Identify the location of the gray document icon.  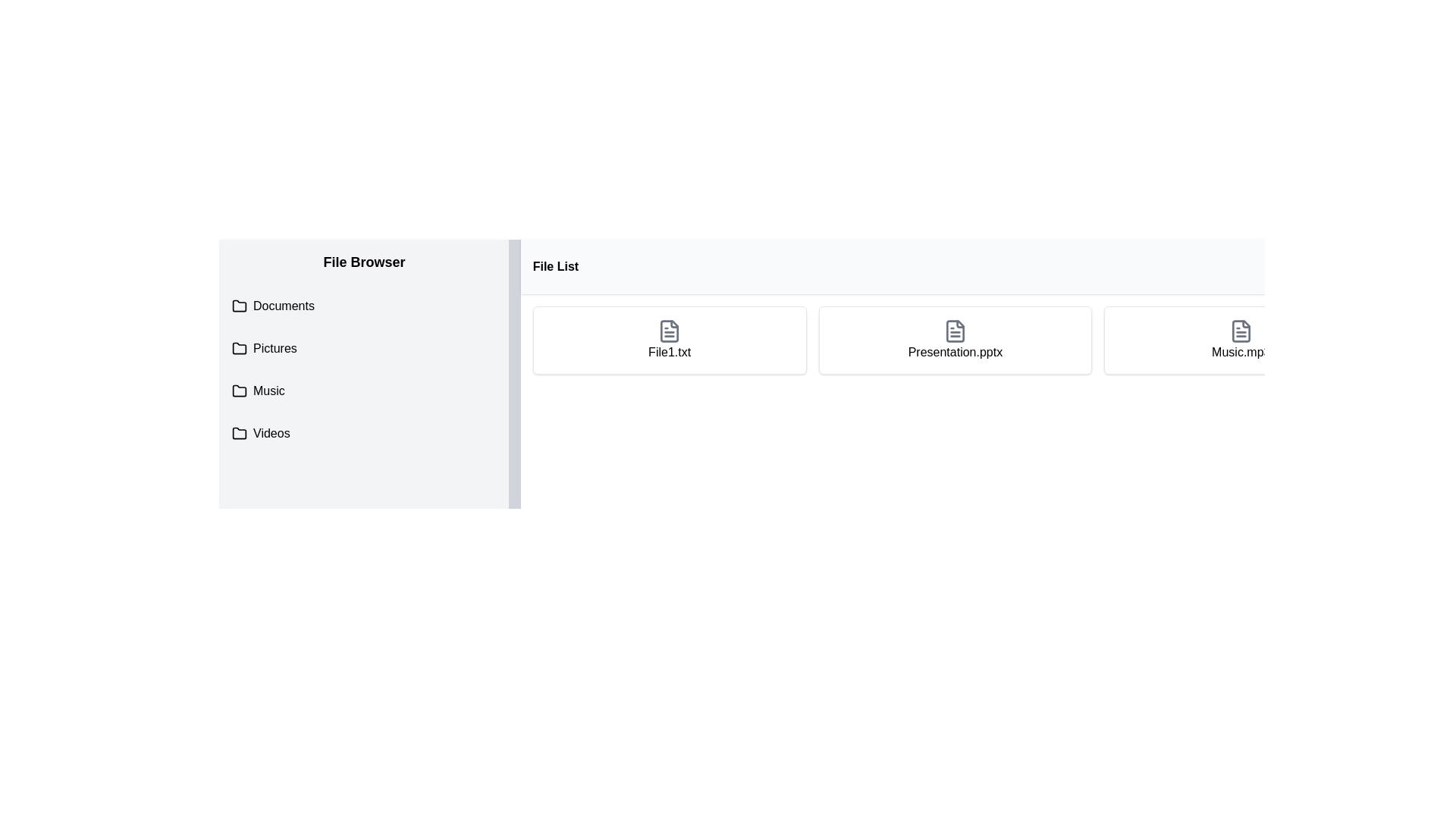
(953, 330).